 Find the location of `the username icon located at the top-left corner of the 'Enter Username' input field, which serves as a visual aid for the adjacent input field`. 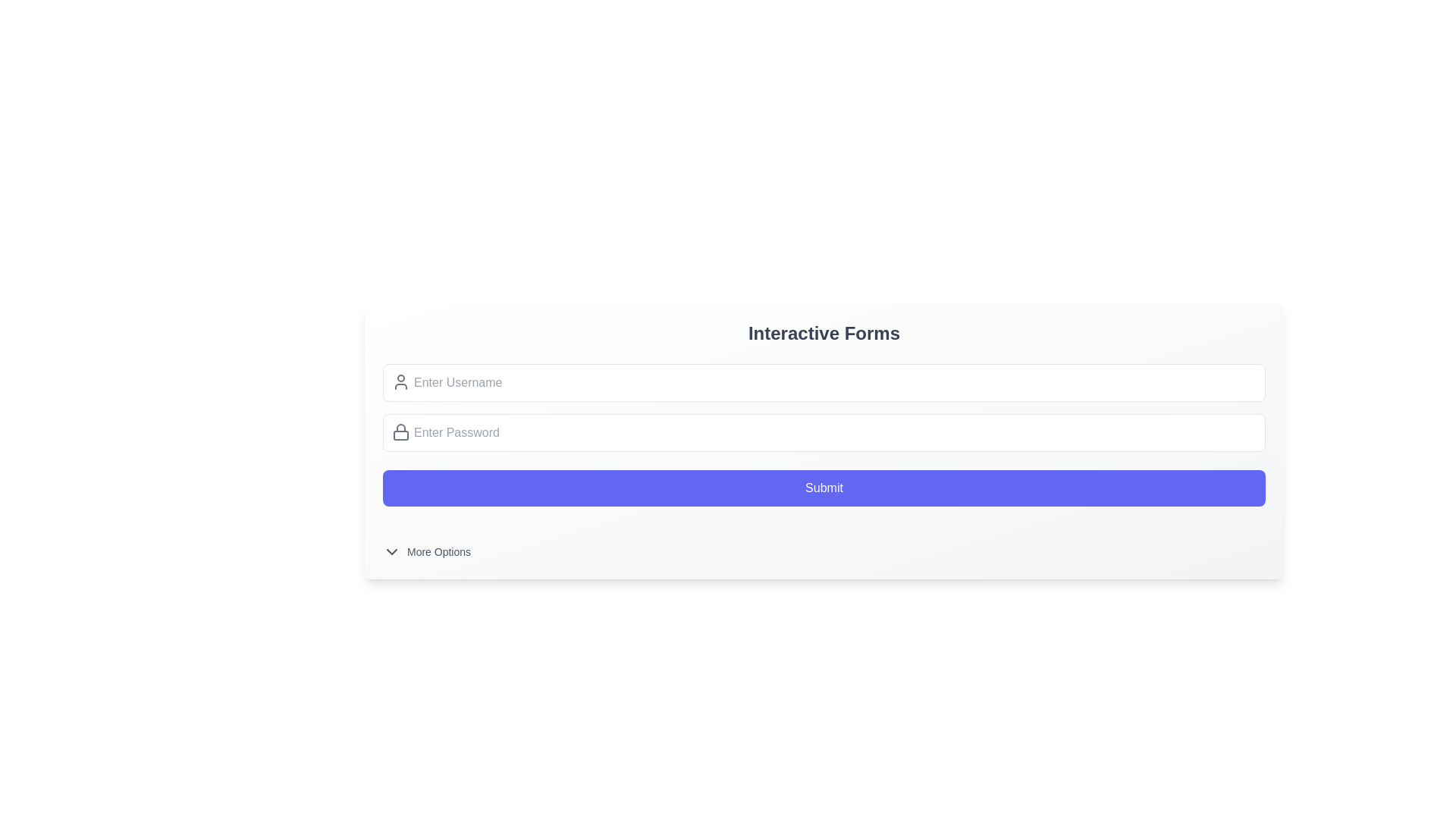

the username icon located at the top-left corner of the 'Enter Username' input field, which serves as a visual aid for the adjacent input field is located at coordinates (400, 381).